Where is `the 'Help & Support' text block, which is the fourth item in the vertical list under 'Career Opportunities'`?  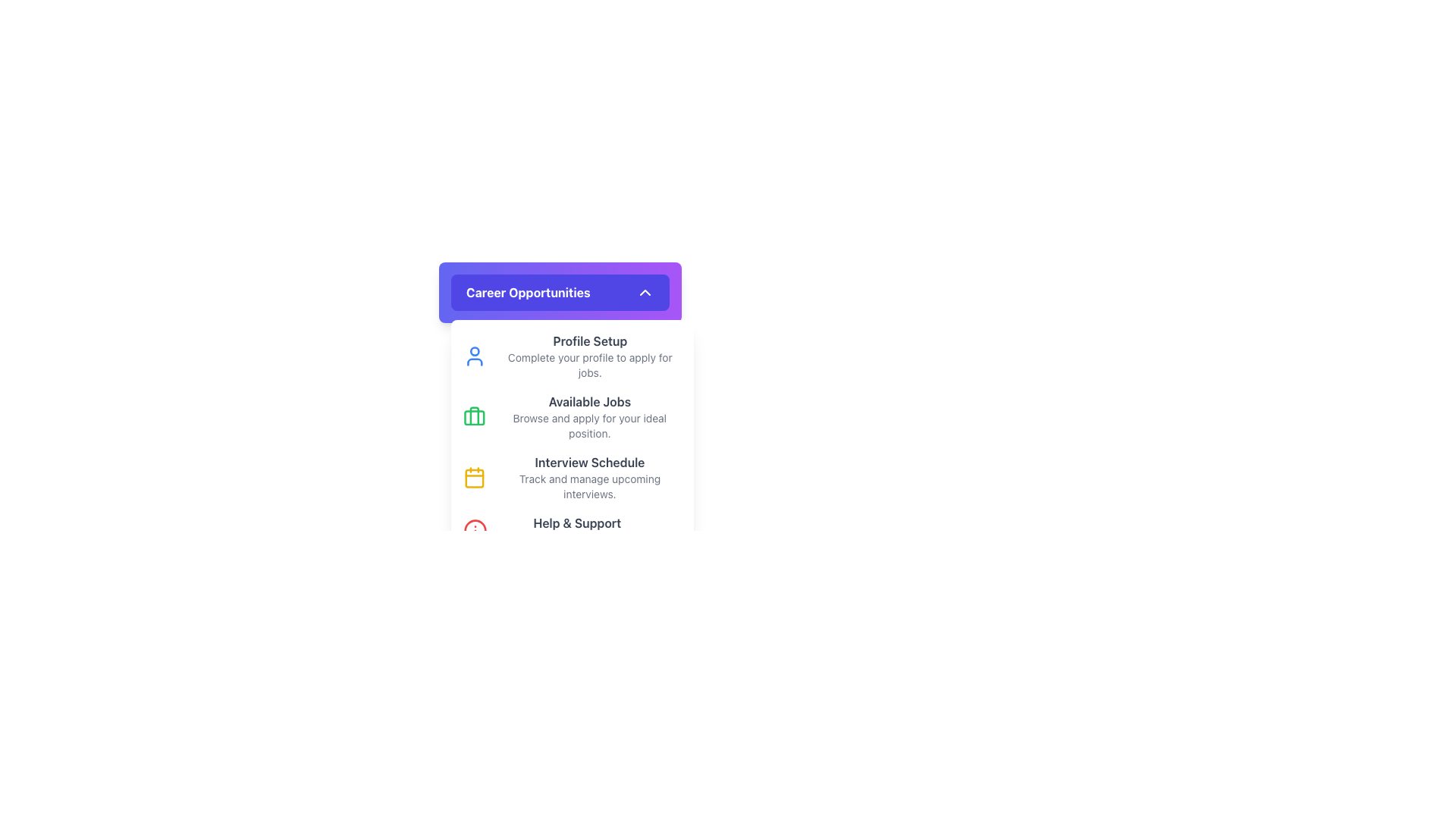 the 'Help & Support' text block, which is the fourth item in the vertical list under 'Career Opportunities' is located at coordinates (576, 529).